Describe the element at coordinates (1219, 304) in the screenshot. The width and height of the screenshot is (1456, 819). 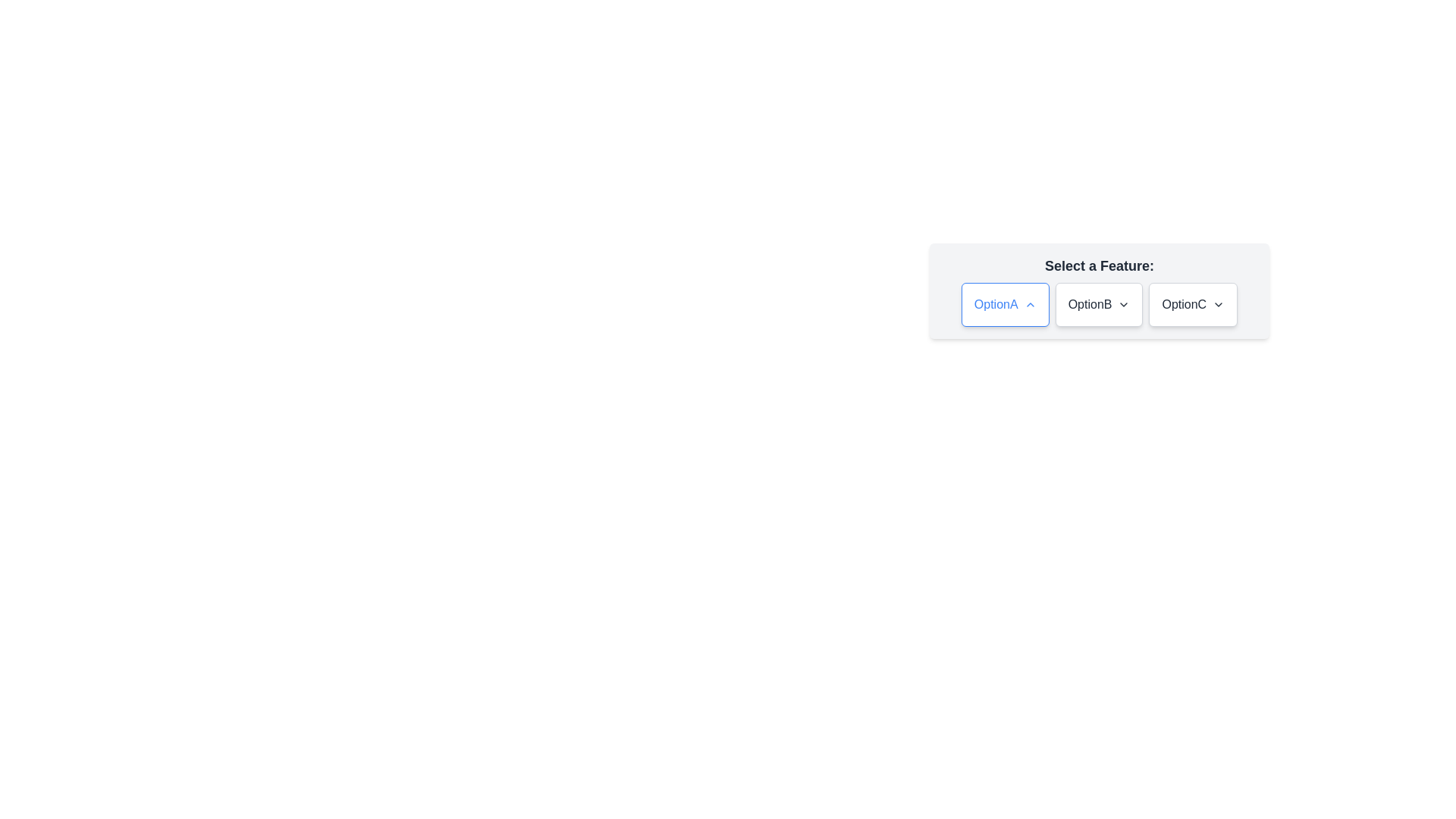
I see `the icon at the right end of the 'OptionC' button` at that location.